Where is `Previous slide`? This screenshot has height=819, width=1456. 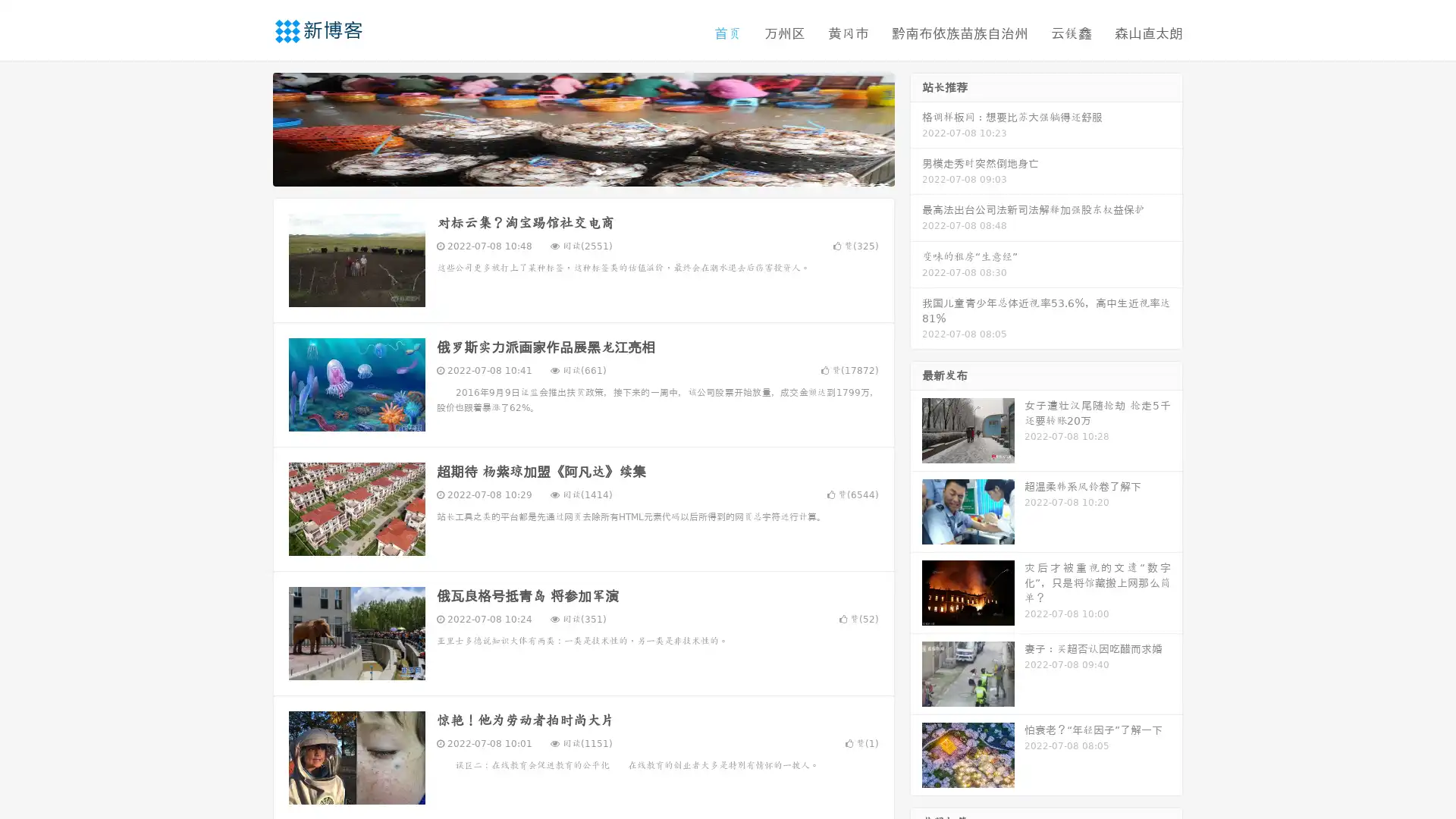
Previous slide is located at coordinates (250, 127).